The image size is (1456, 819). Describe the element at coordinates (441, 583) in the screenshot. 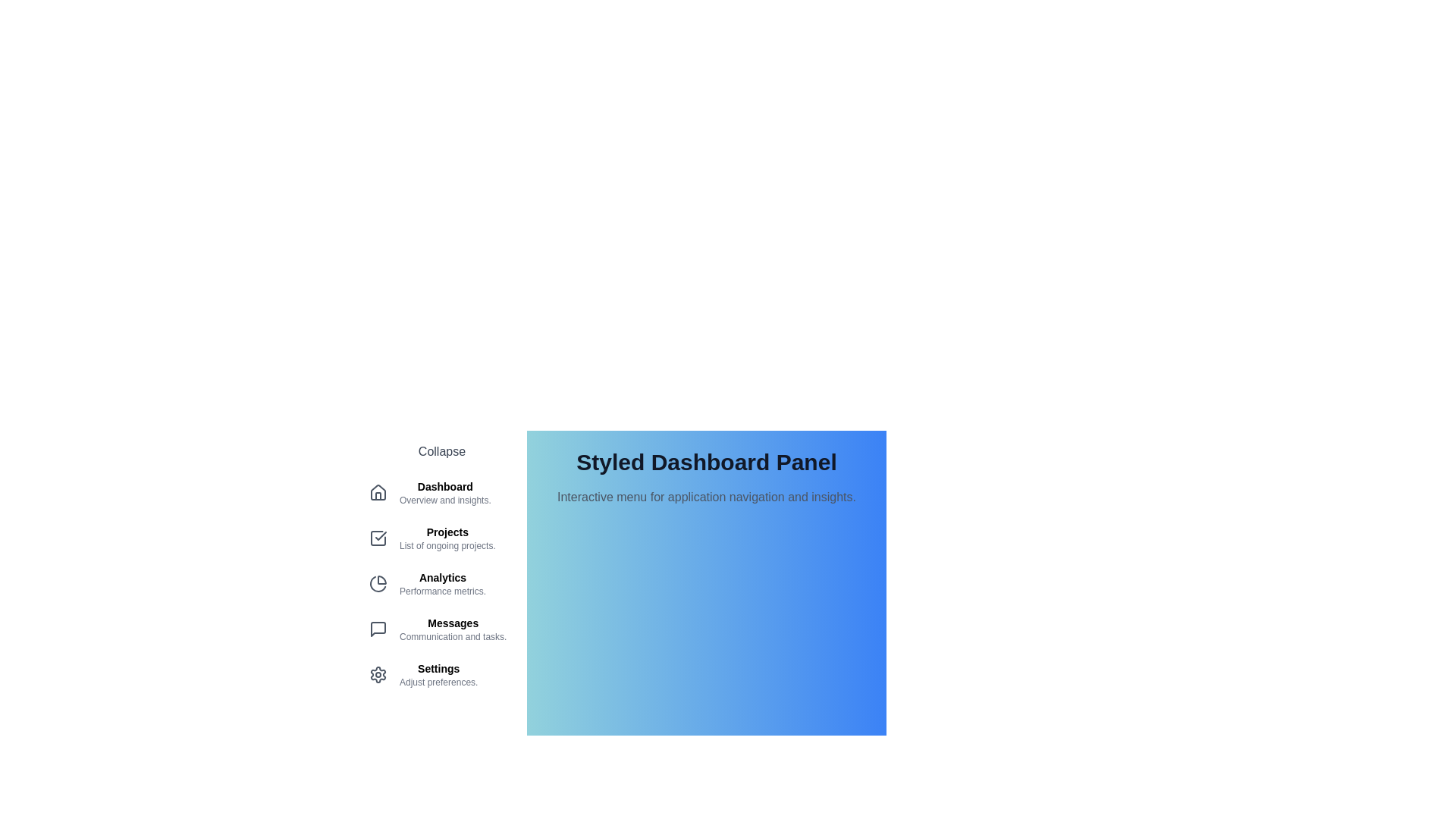

I see `the menu item corresponding to Analytics` at that location.